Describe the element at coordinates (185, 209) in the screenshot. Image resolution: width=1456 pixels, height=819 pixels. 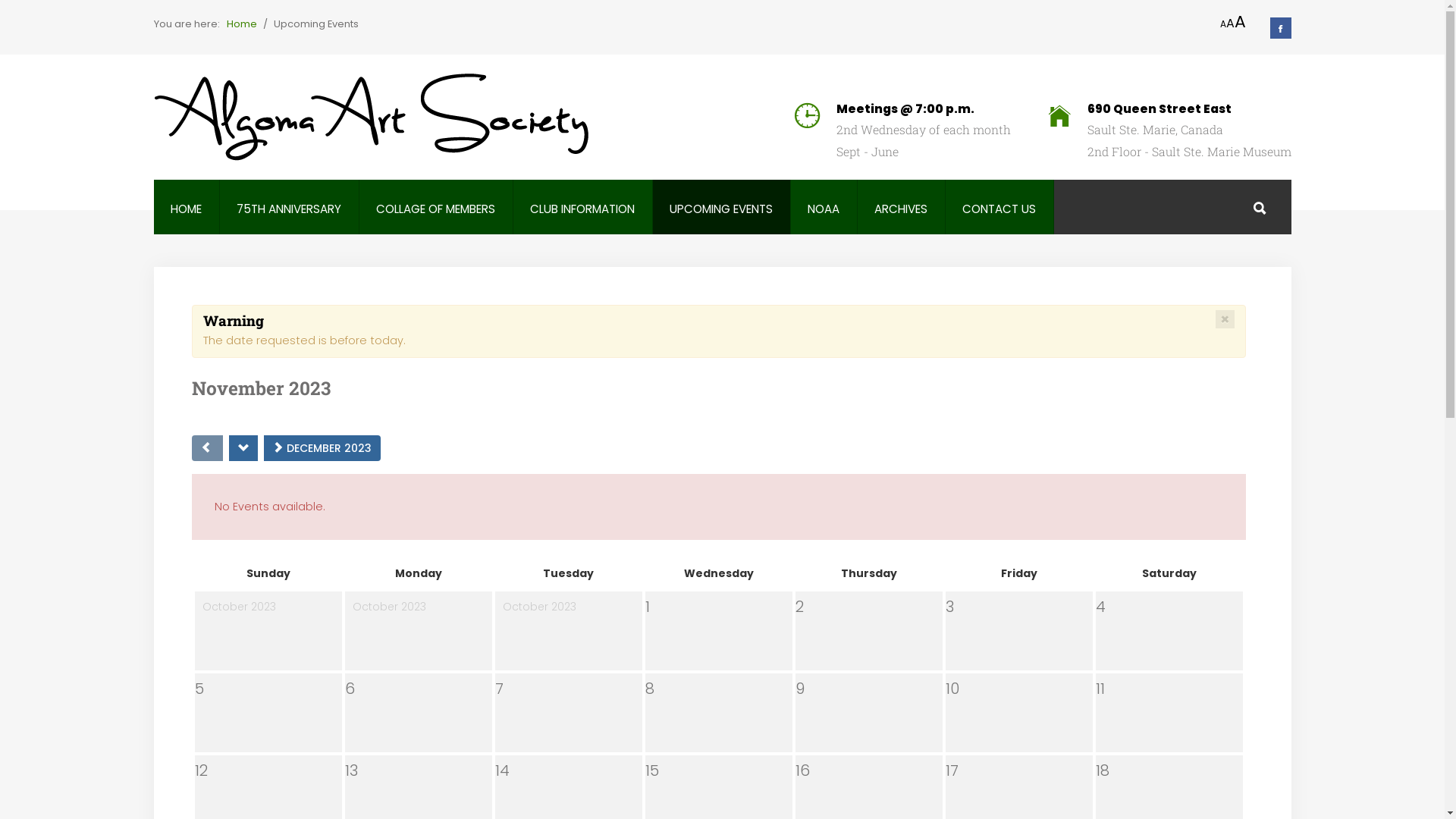
I see `'HOME'` at that location.